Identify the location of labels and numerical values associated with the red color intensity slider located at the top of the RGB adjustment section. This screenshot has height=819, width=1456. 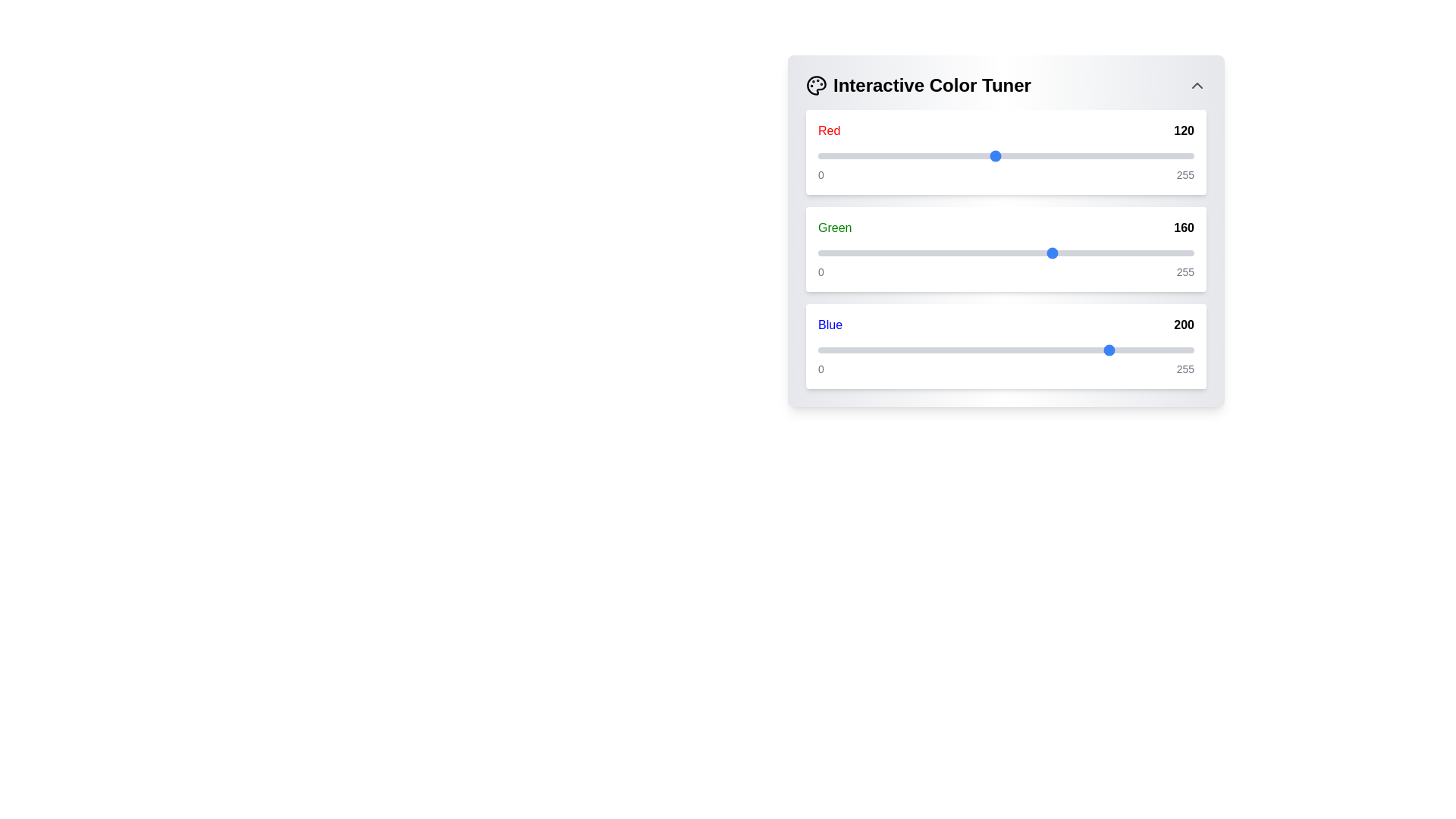
(1006, 152).